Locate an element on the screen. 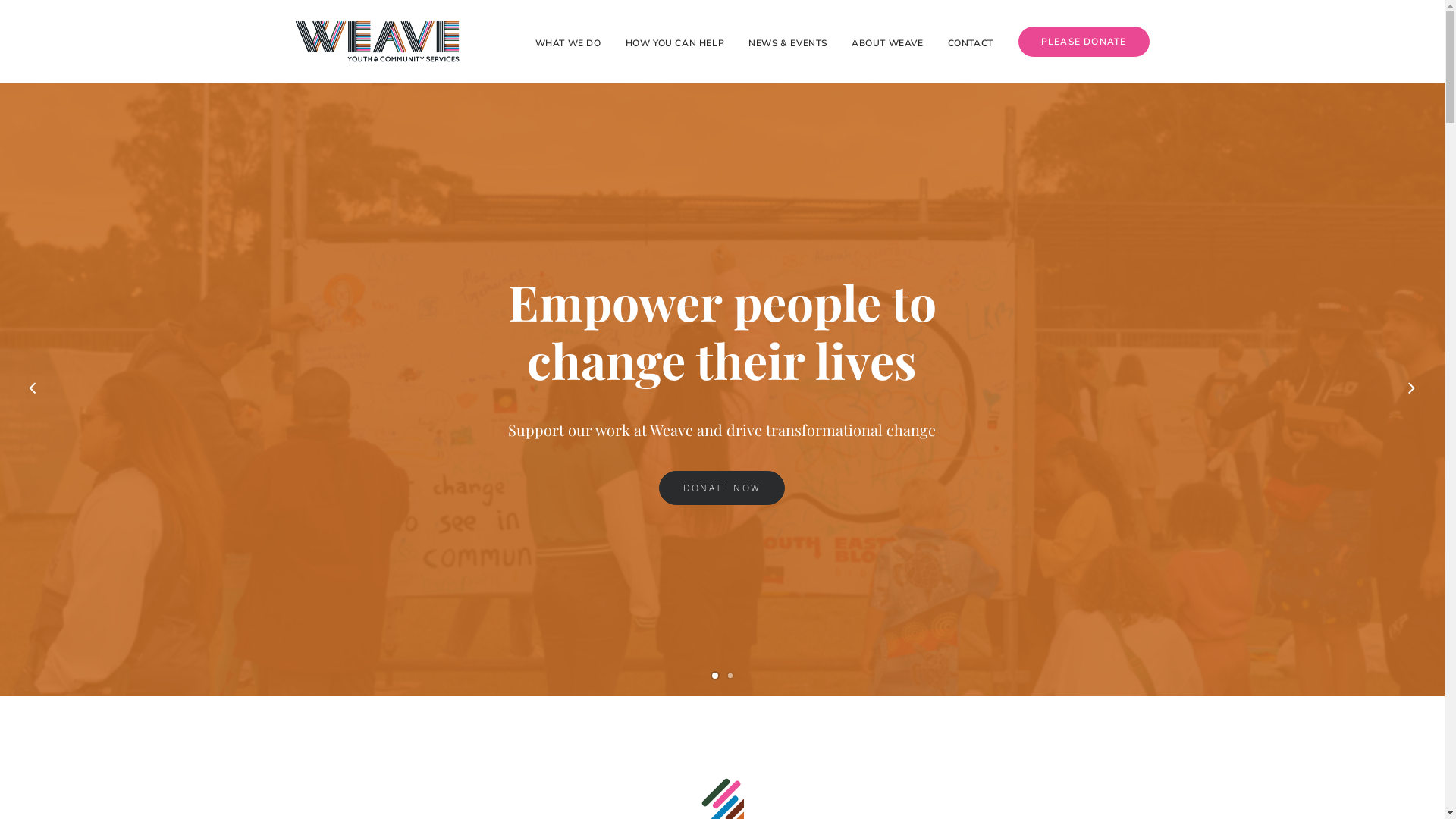 This screenshot has height=819, width=1456. 'CONTACT' is located at coordinates (971, 40).